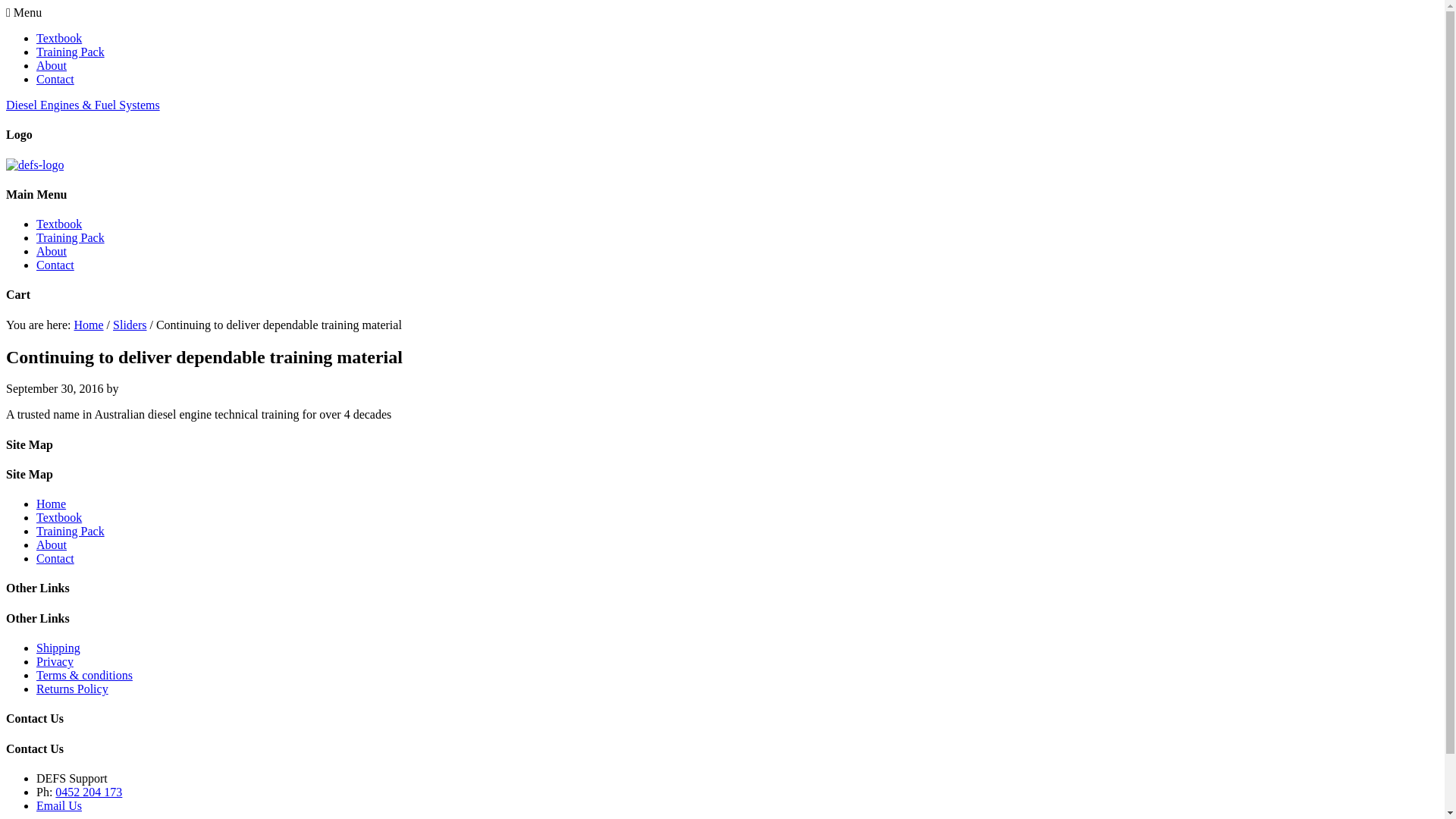 Image resolution: width=1456 pixels, height=819 pixels. I want to click on 'Textbook', so click(58, 37).